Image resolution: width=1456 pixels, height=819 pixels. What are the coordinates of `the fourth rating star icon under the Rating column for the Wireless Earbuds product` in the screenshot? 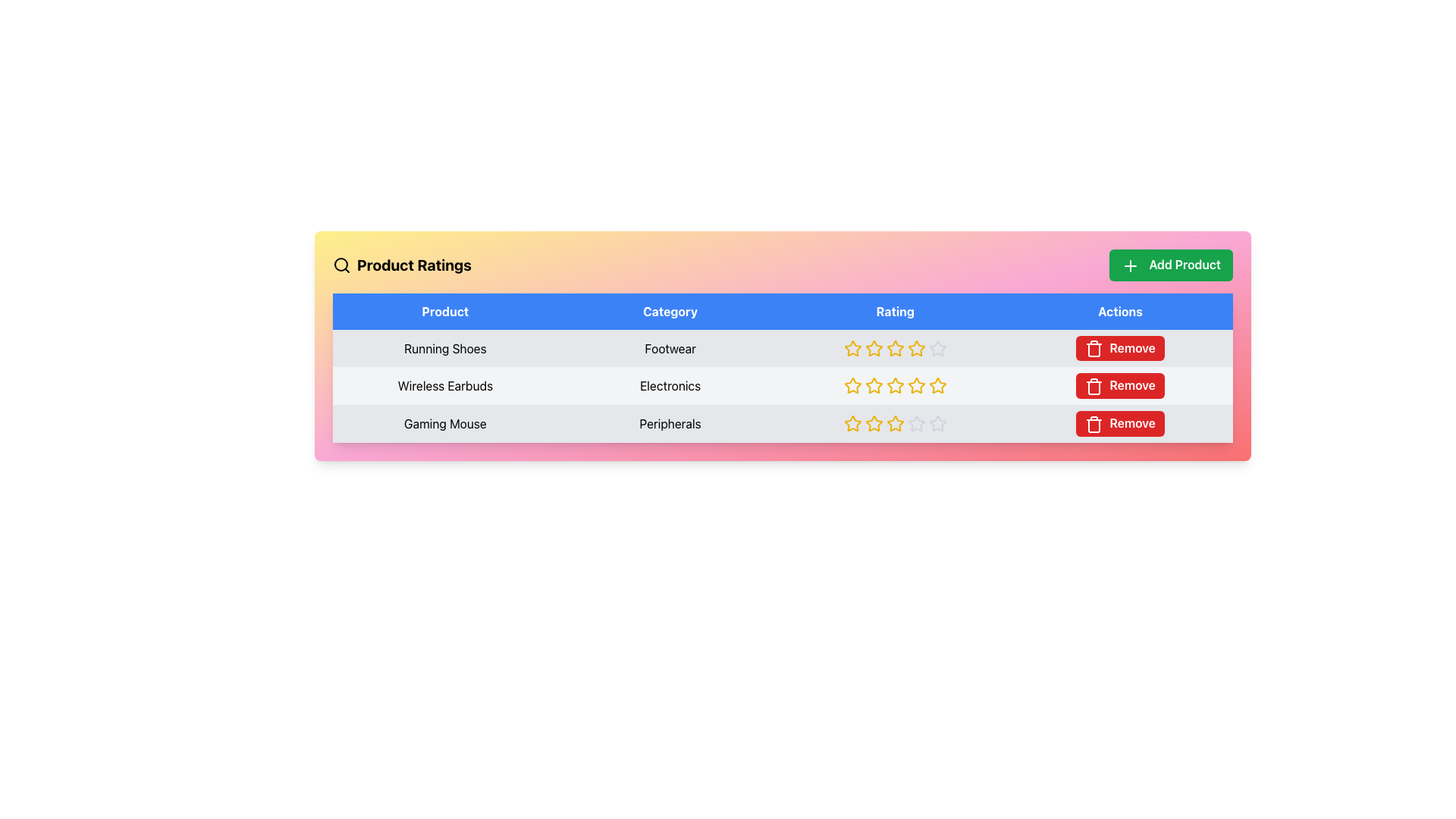 It's located at (937, 384).